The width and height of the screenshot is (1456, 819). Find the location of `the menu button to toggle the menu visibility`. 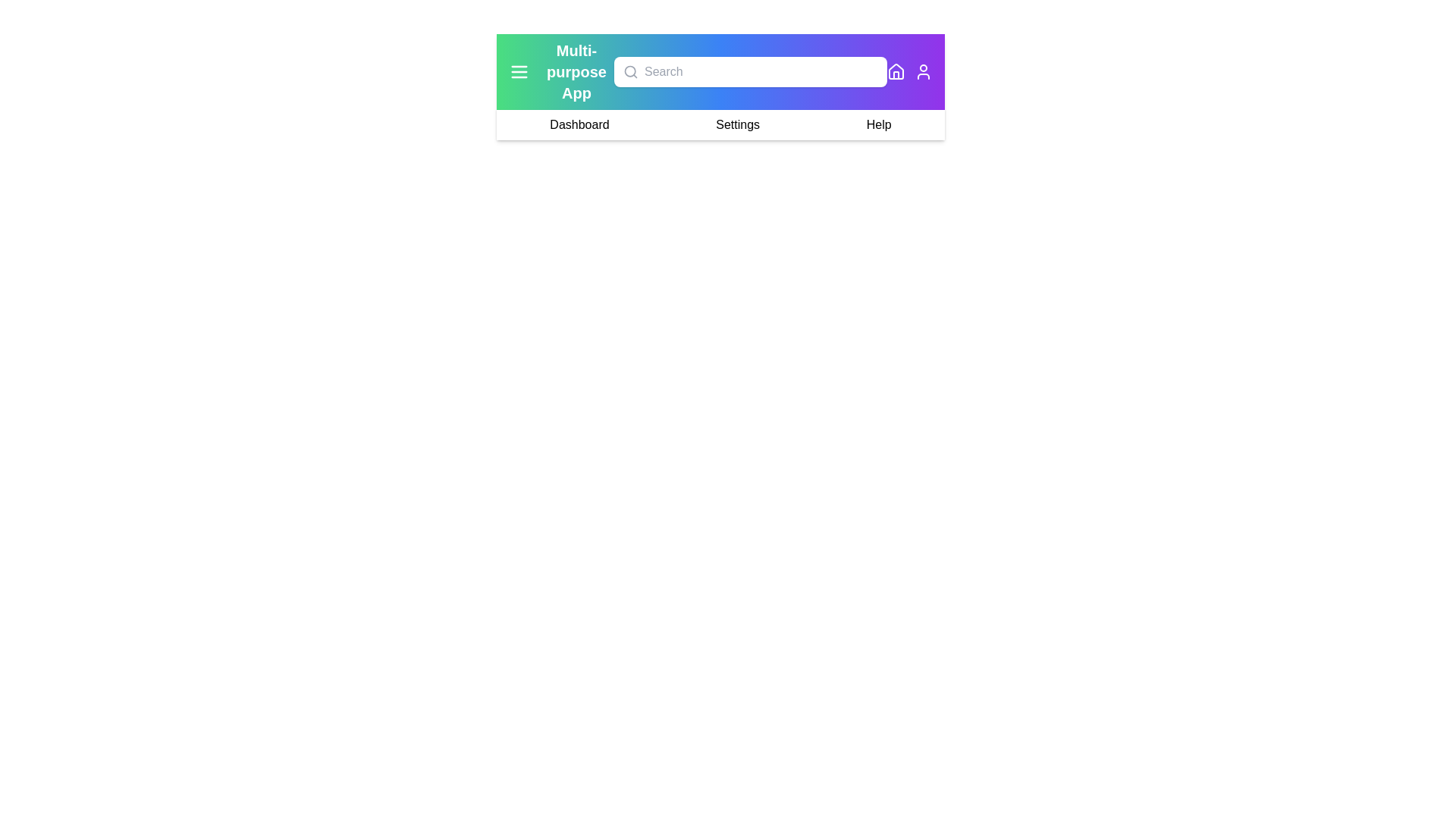

the menu button to toggle the menu visibility is located at coordinates (519, 72).